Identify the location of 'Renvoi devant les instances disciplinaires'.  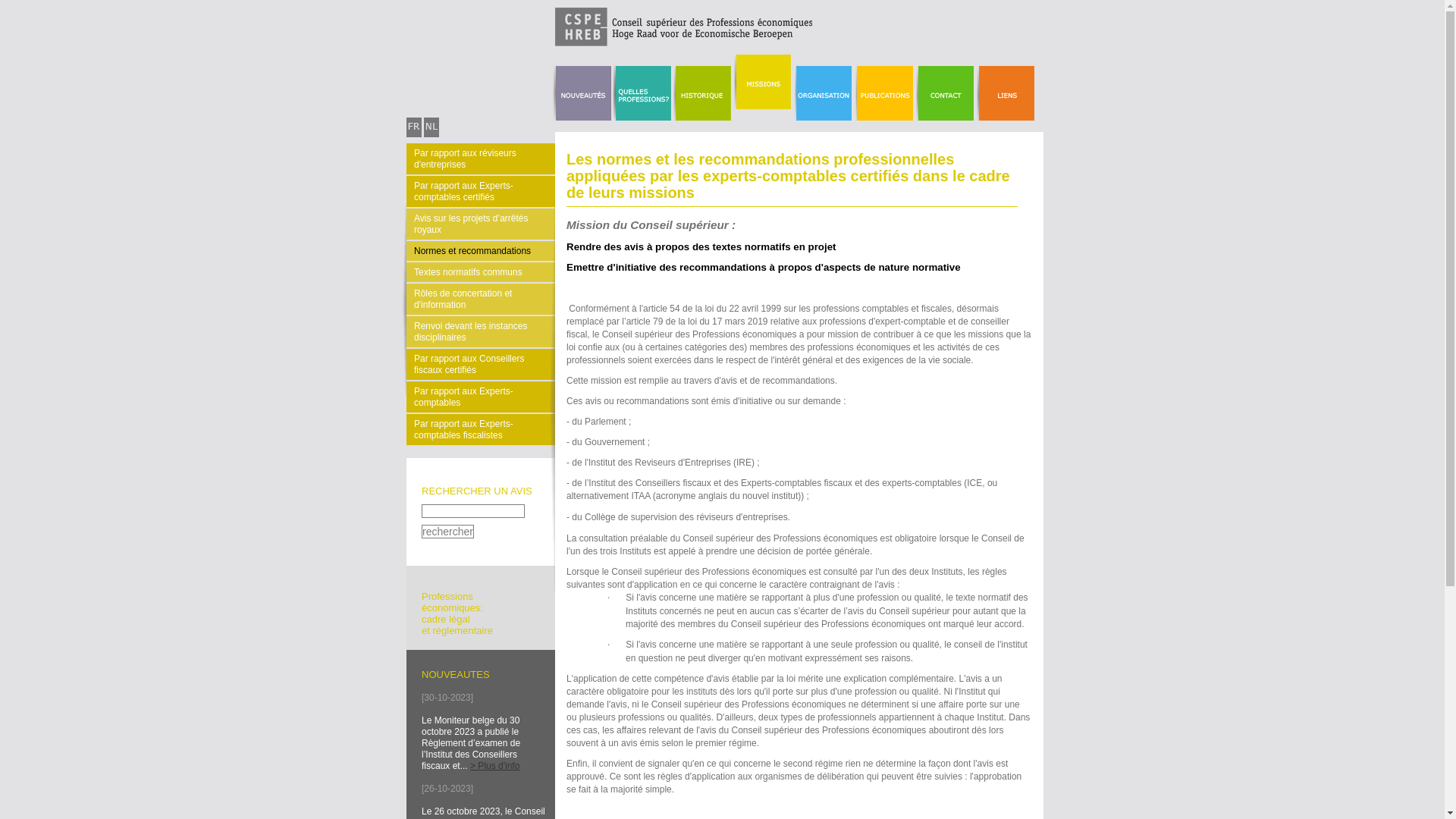
(479, 331).